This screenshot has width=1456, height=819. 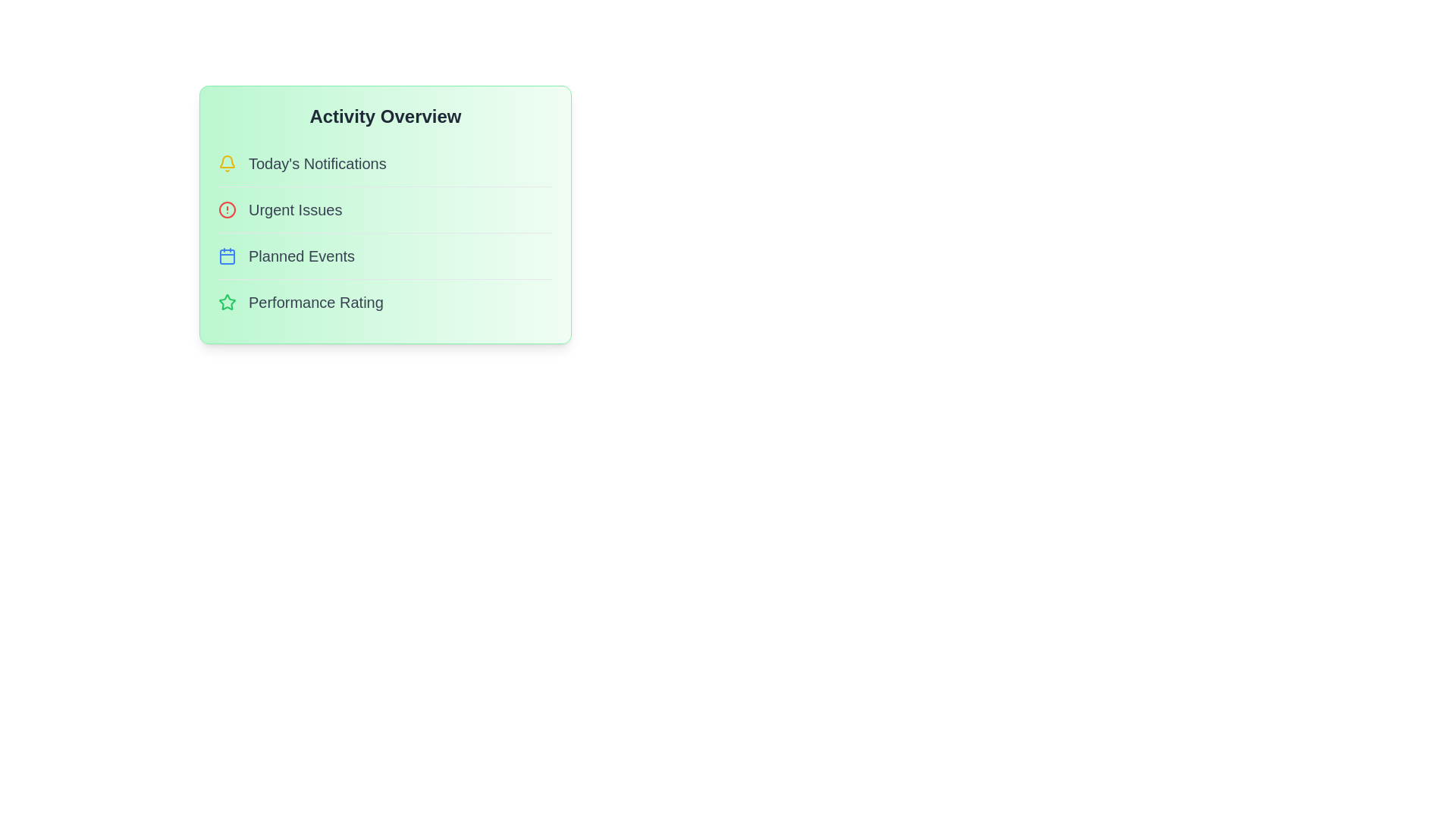 I want to click on the last row in the card interface labeled 'Performance Rating' to interact with it, so click(x=385, y=302).